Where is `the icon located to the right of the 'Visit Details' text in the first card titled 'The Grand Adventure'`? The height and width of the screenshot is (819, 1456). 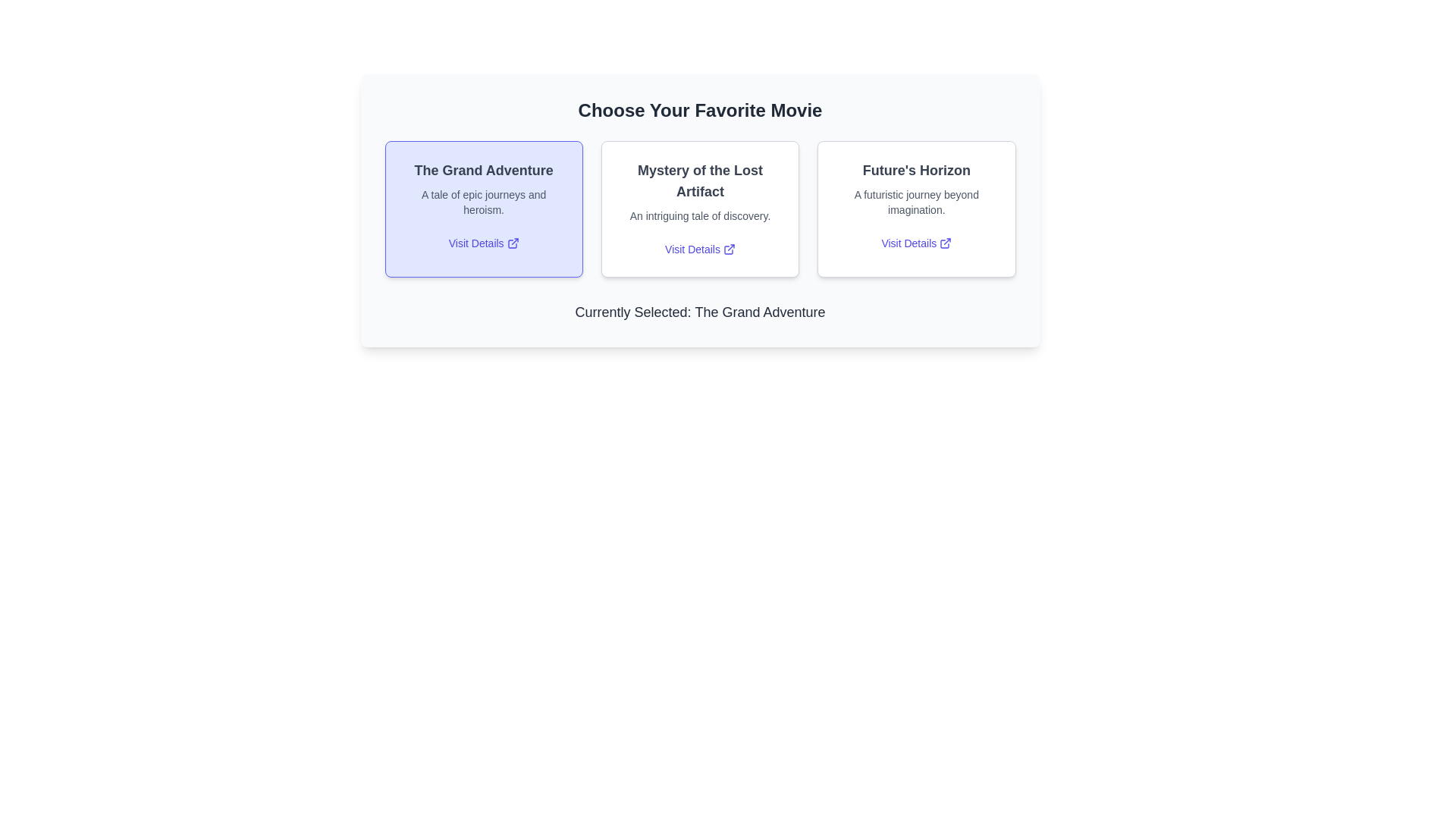
the icon located to the right of the 'Visit Details' text in the first card titled 'The Grand Adventure' is located at coordinates (513, 242).